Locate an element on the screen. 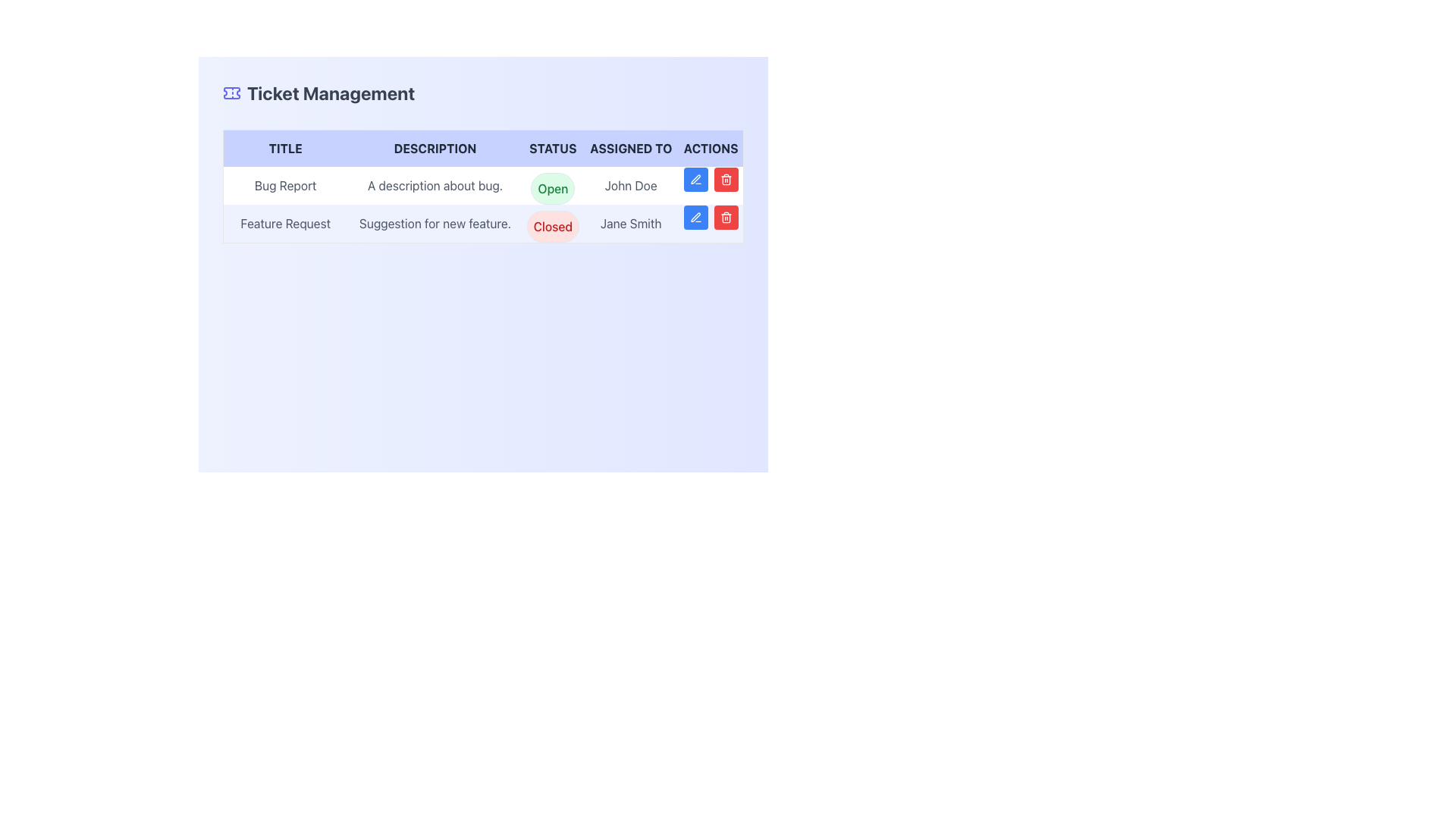 The width and height of the screenshot is (1456, 819). the ticket management icon located at the leftmost position in the header section labeled 'Ticket Management' is located at coordinates (231, 93).